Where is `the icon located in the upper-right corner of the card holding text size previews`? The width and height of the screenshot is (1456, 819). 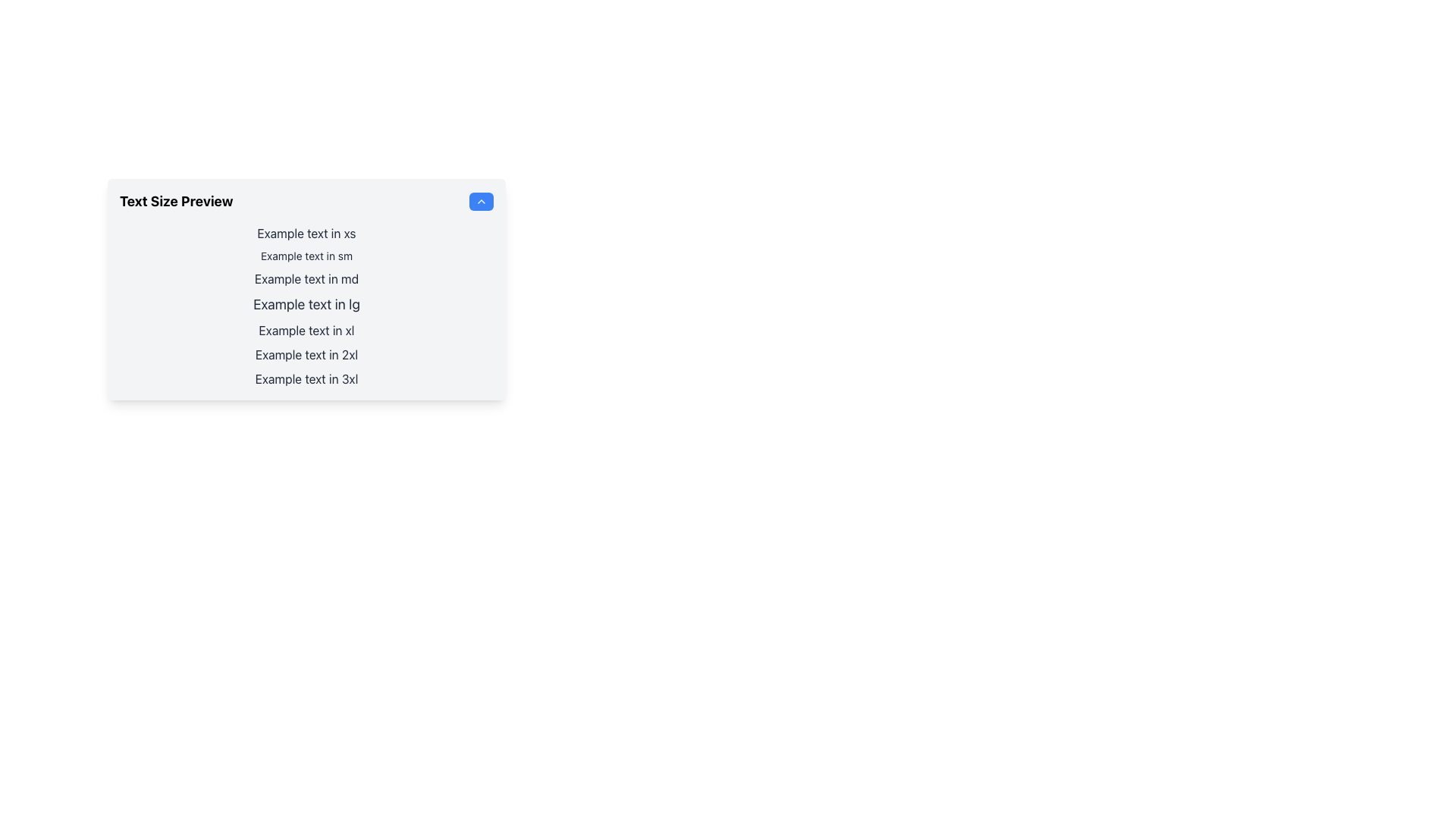
the icon located in the upper-right corner of the card holding text size previews is located at coordinates (480, 201).